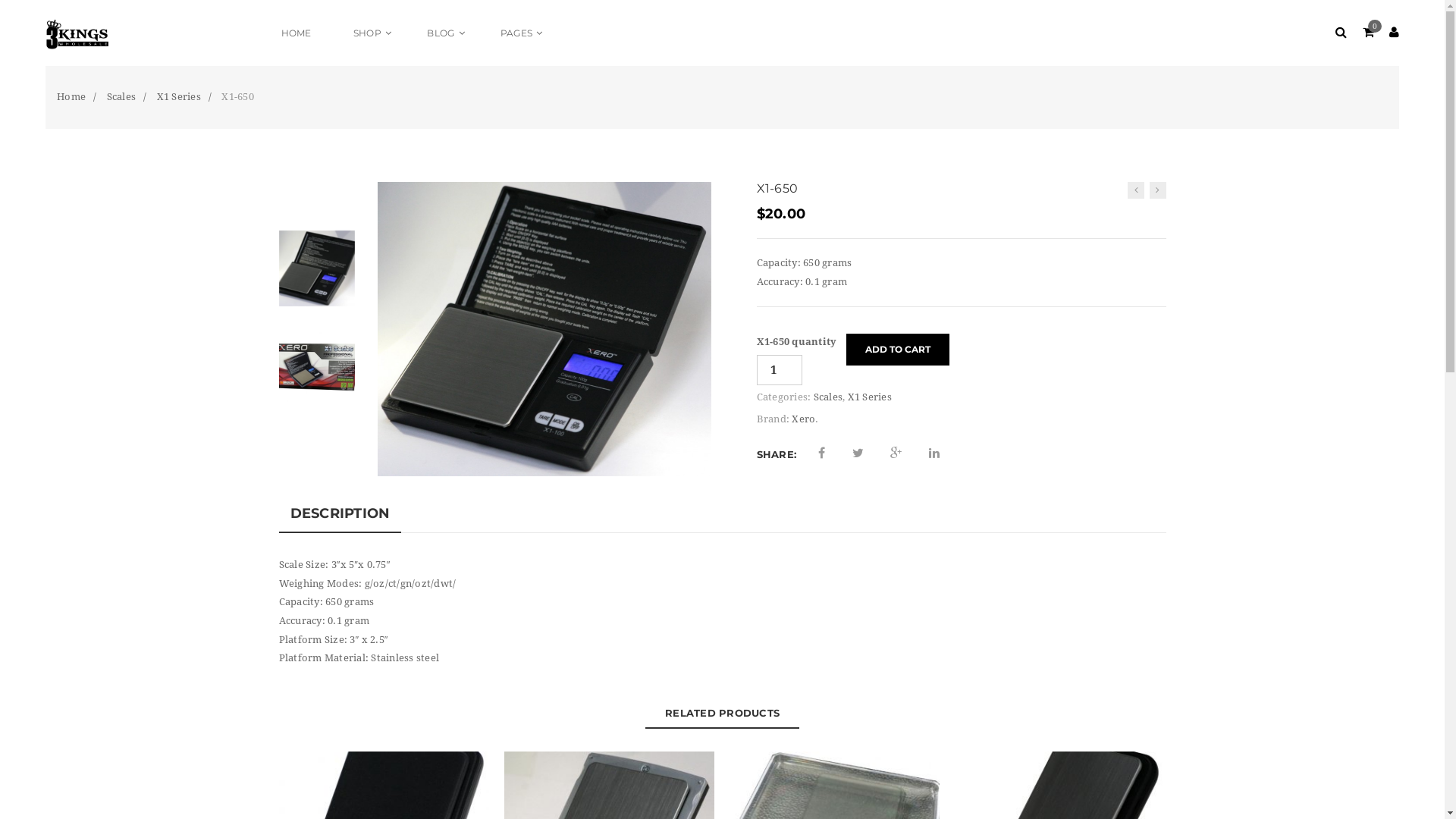  Describe the element at coordinates (827, 396) in the screenshot. I see `'Scales'` at that location.